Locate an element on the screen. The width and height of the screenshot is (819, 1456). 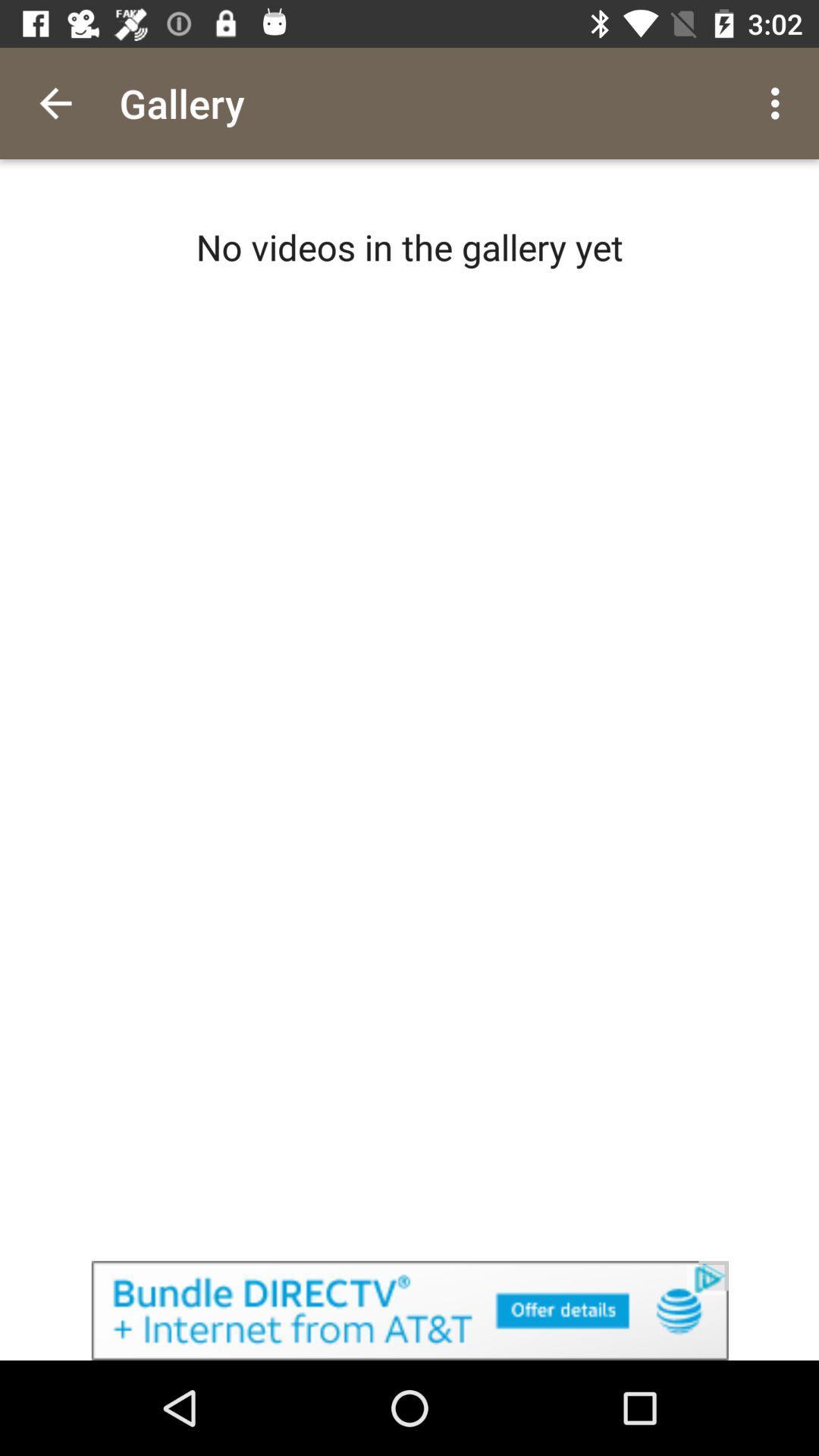
advertisement that redirects you to att to see offer is located at coordinates (409, 1310).